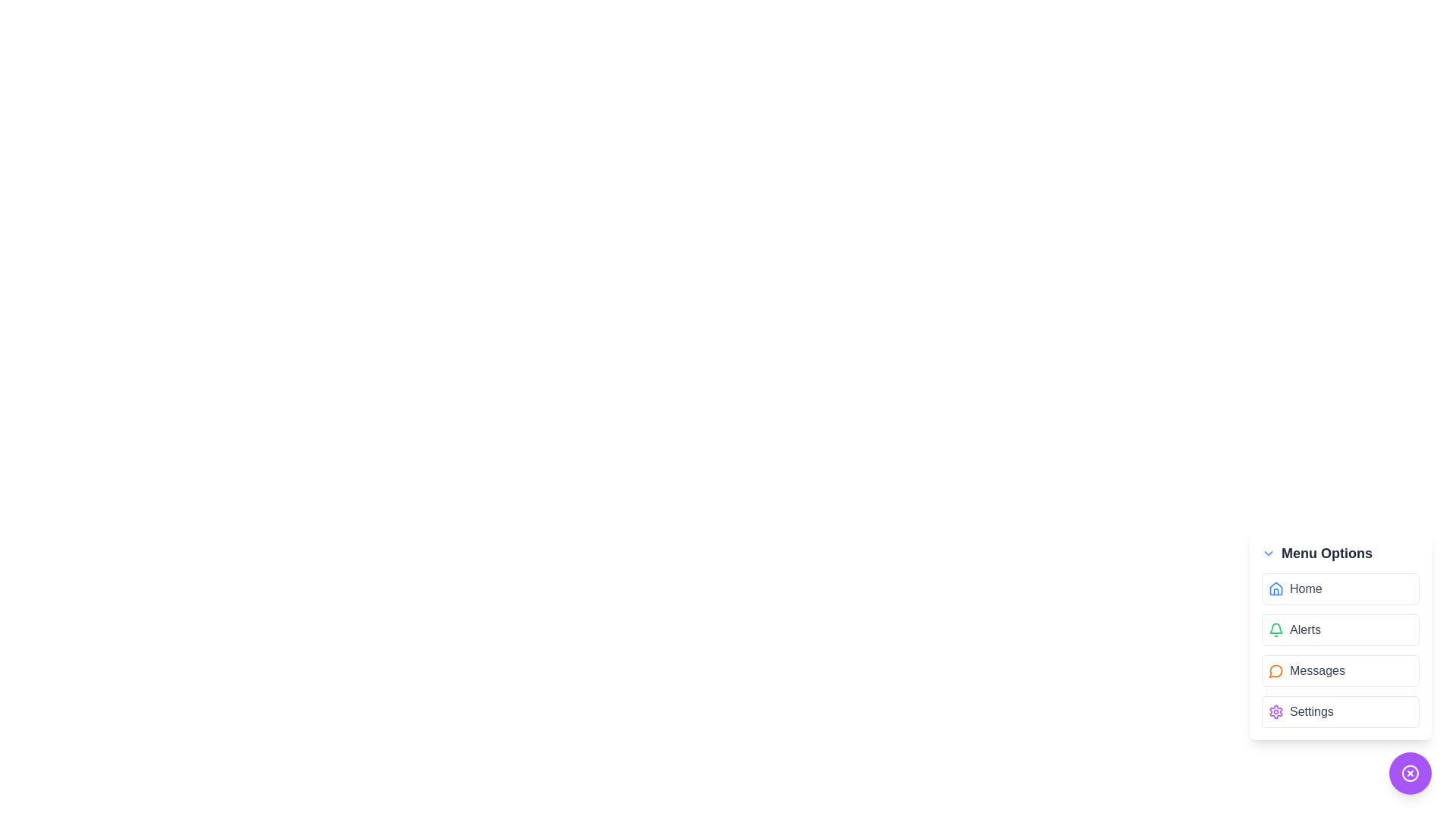  What do you see at coordinates (1340, 588) in the screenshot?
I see `the navigation button located under the title 'Menu Options', which is the first item in the list above 'Alerts', 'Messages', and 'Settings'` at bounding box center [1340, 588].